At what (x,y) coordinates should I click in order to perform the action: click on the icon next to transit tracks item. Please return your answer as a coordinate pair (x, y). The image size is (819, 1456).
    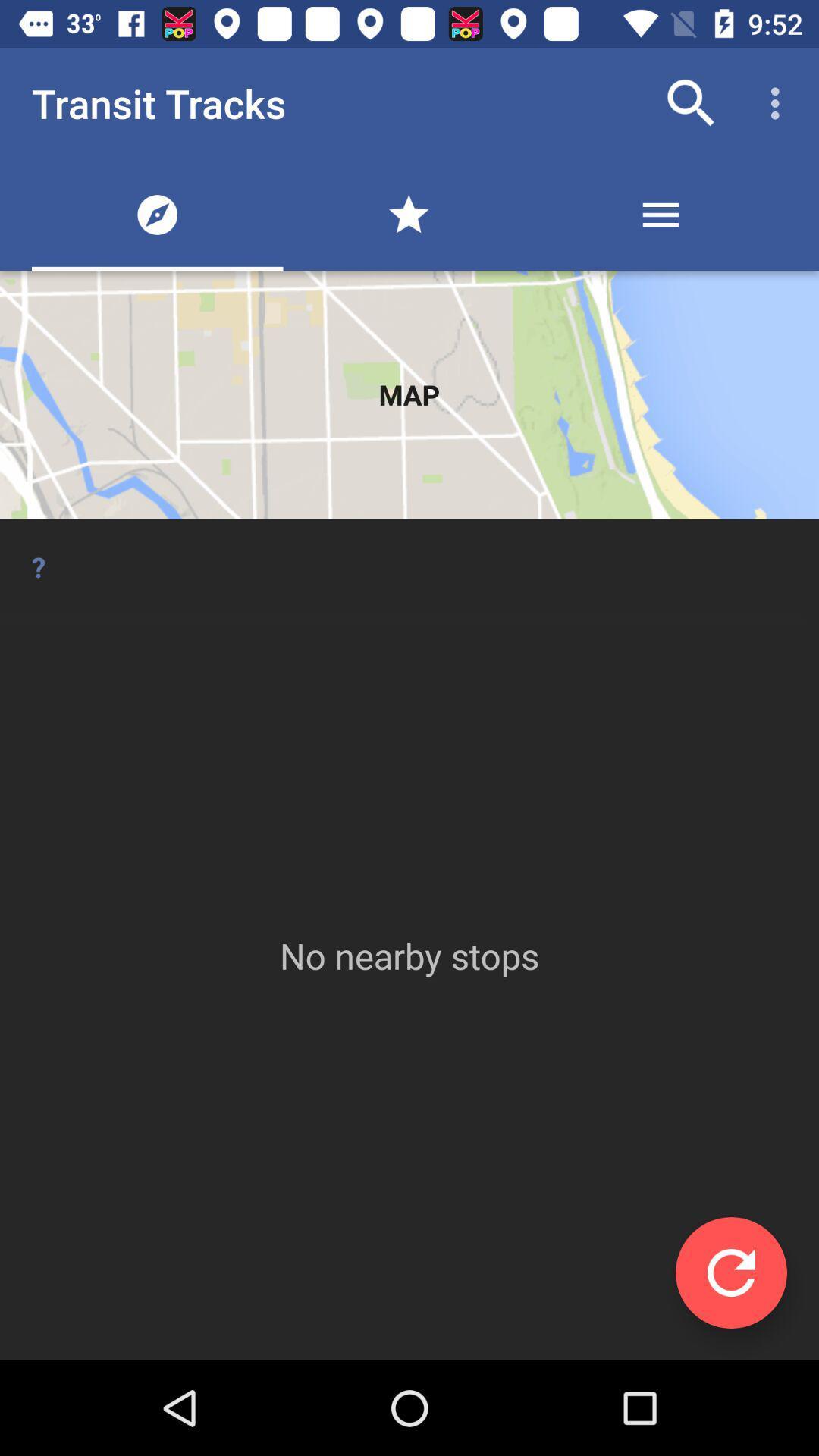
    Looking at the image, I should click on (691, 102).